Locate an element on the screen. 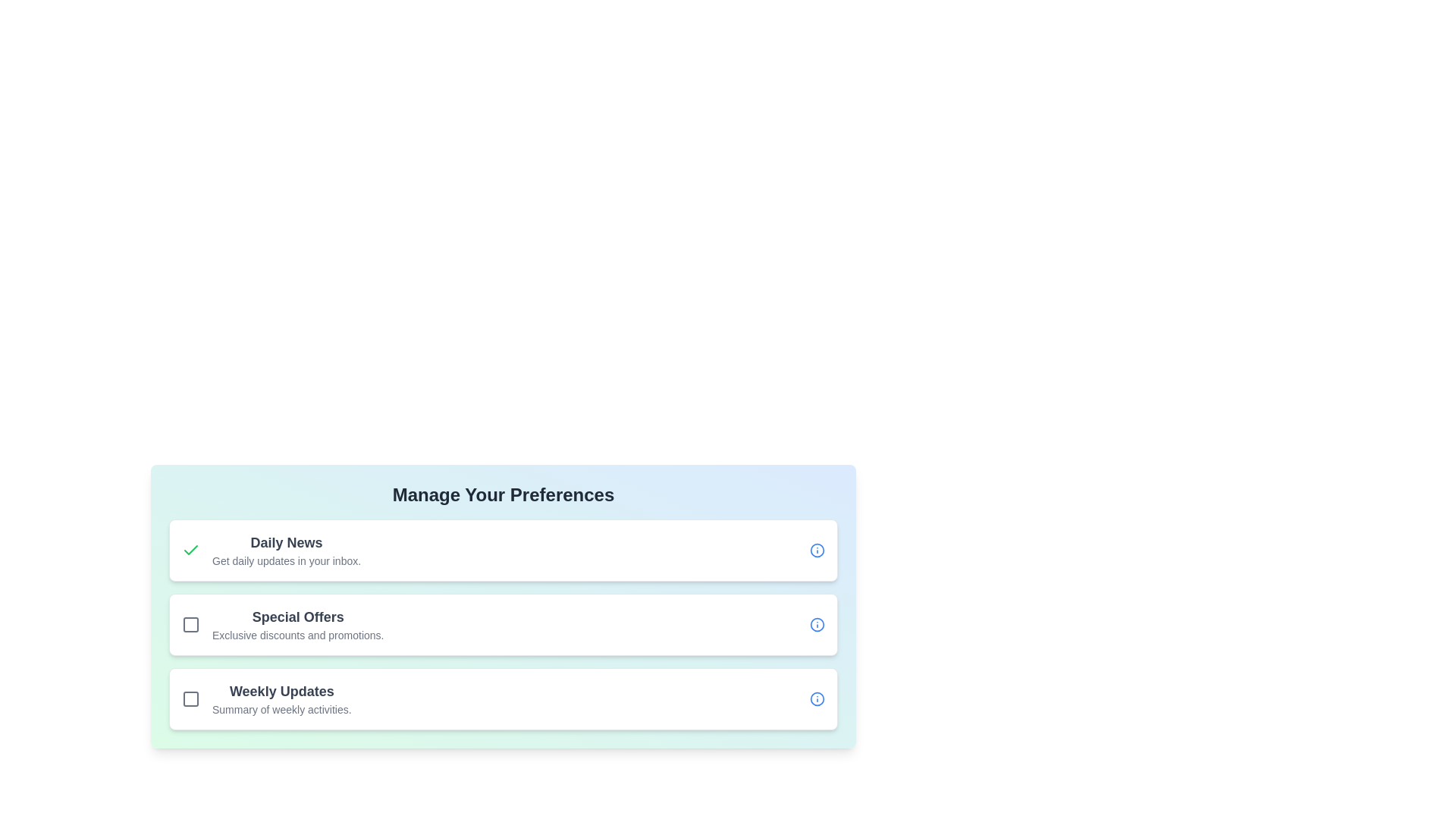 The height and width of the screenshot is (819, 1456). the small rounded square with a red border in the checkbox for 'Weekly Updates' is located at coordinates (190, 698).